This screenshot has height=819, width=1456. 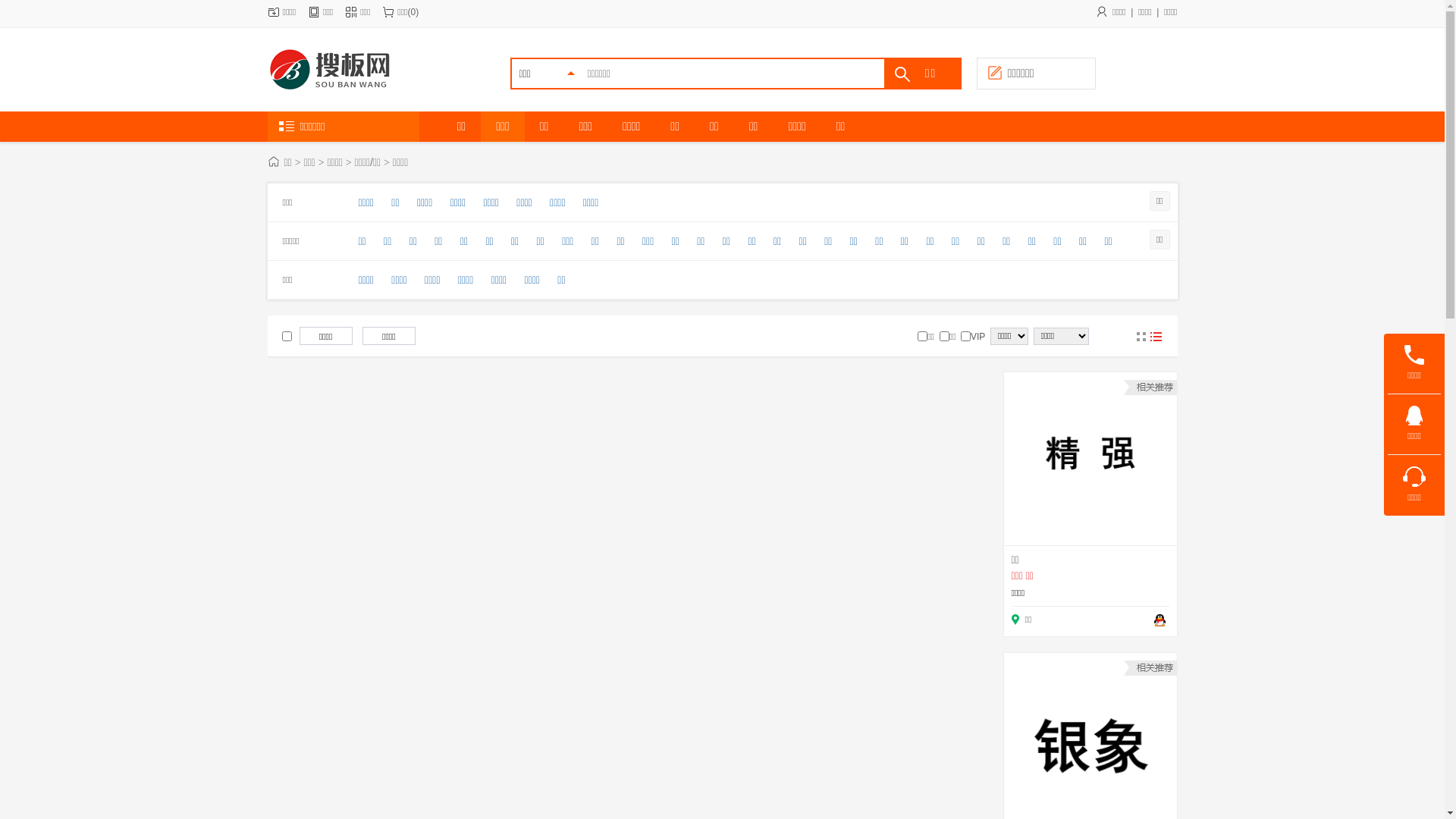 What do you see at coordinates (287, 335) in the screenshot?
I see `'on'` at bounding box center [287, 335].